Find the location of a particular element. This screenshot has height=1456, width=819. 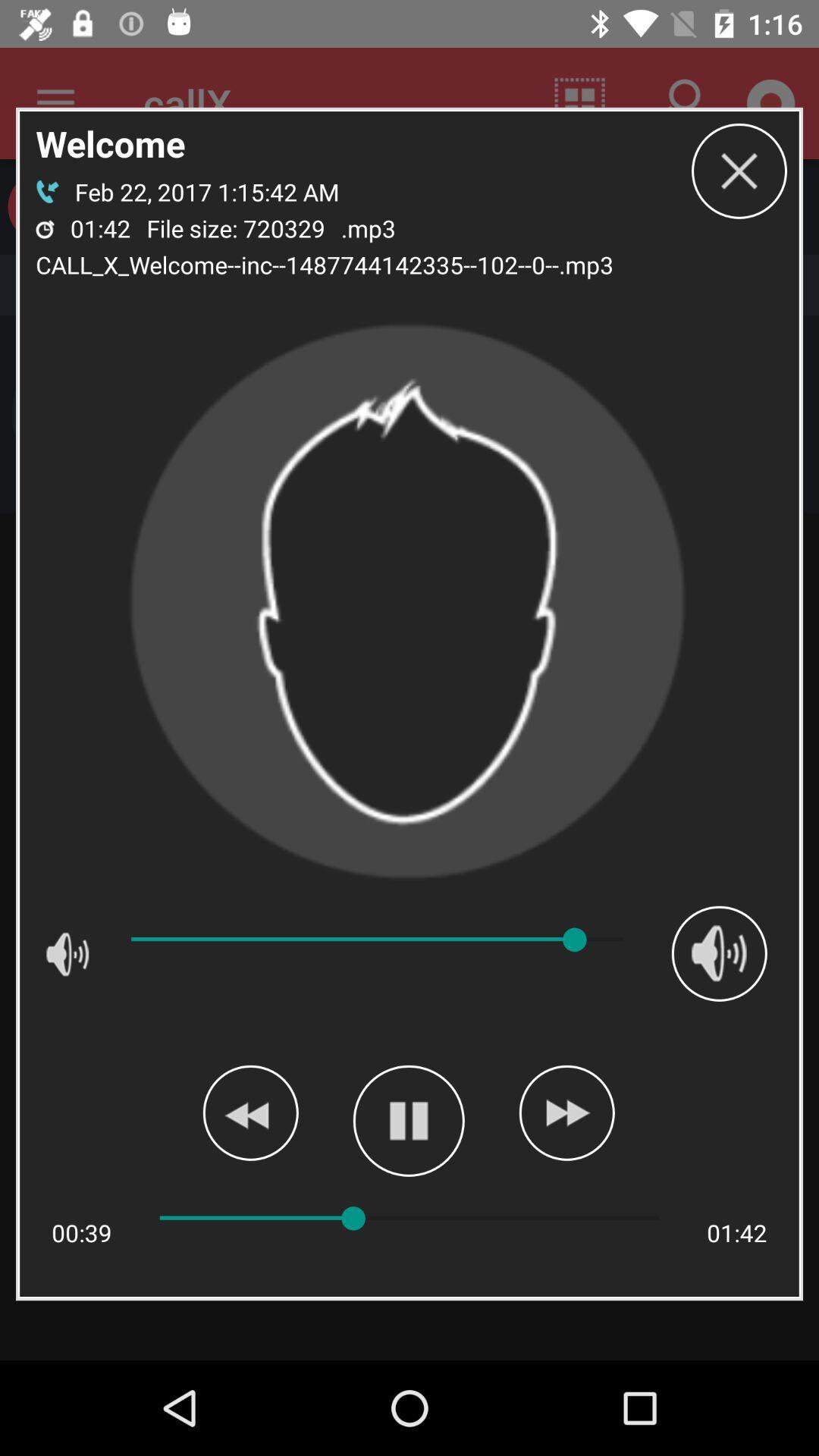

go forward button is located at coordinates (566, 1112).